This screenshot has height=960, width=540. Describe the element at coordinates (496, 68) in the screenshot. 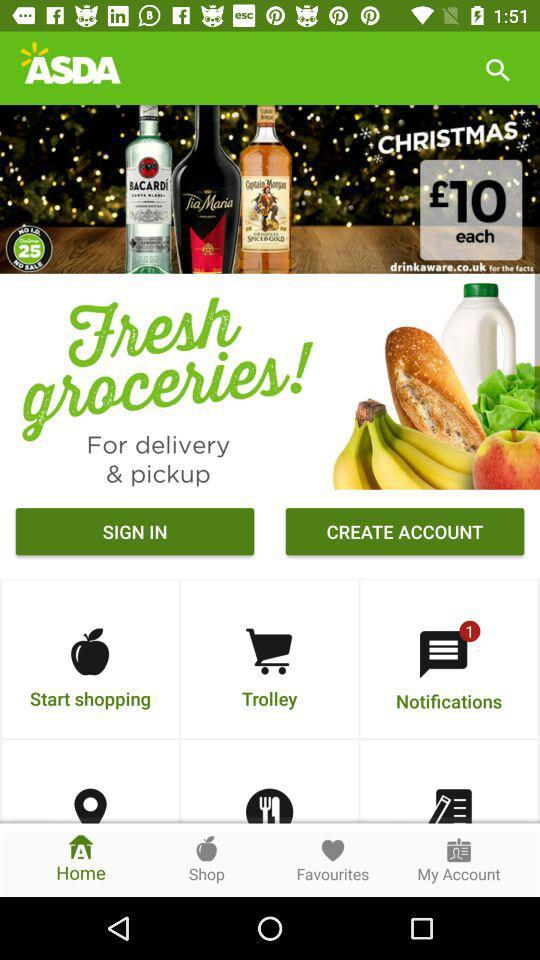

I see `the search button` at that location.